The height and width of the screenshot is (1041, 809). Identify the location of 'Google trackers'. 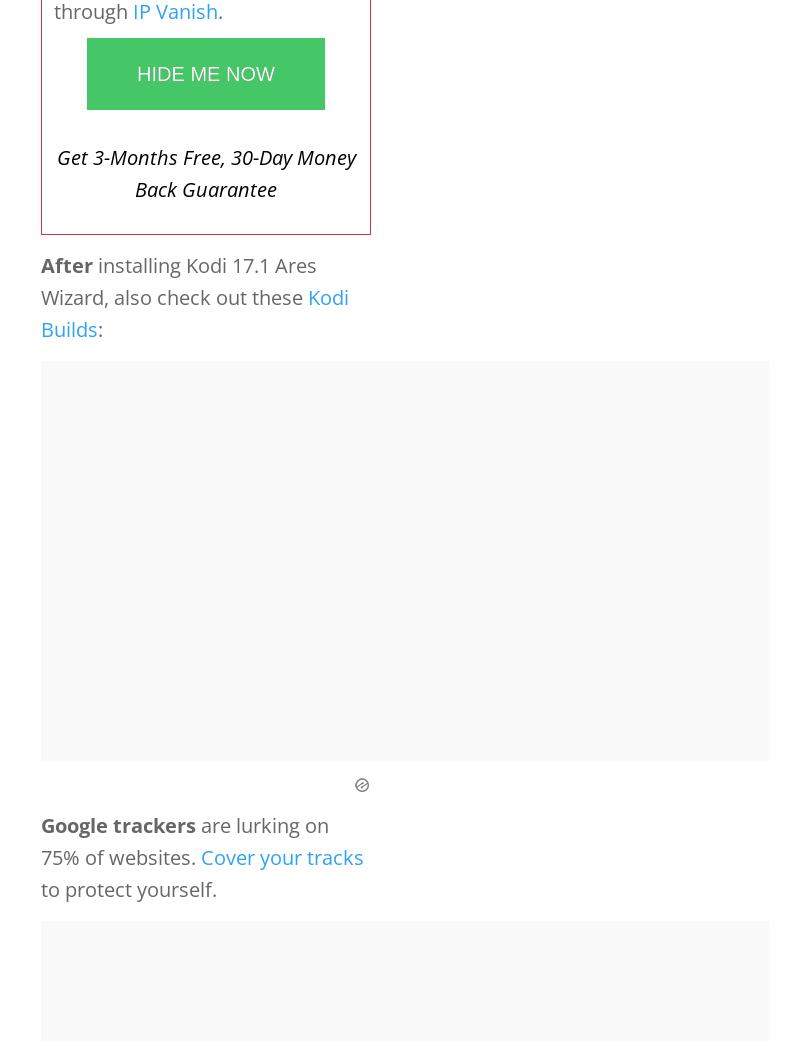
(118, 824).